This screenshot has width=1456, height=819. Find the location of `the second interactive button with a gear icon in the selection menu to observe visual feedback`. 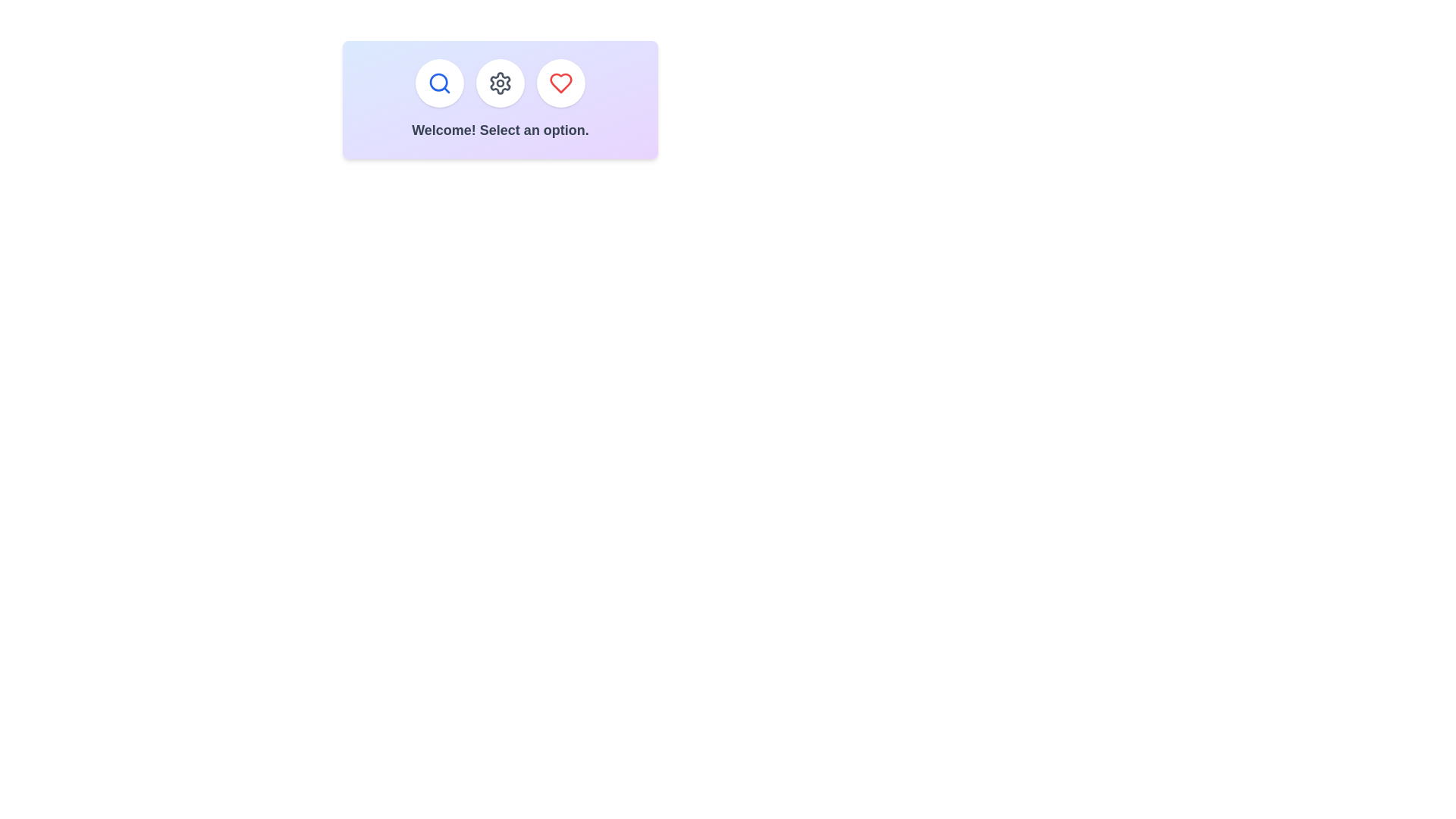

the second interactive button with a gear icon in the selection menu to observe visual feedback is located at coordinates (500, 83).